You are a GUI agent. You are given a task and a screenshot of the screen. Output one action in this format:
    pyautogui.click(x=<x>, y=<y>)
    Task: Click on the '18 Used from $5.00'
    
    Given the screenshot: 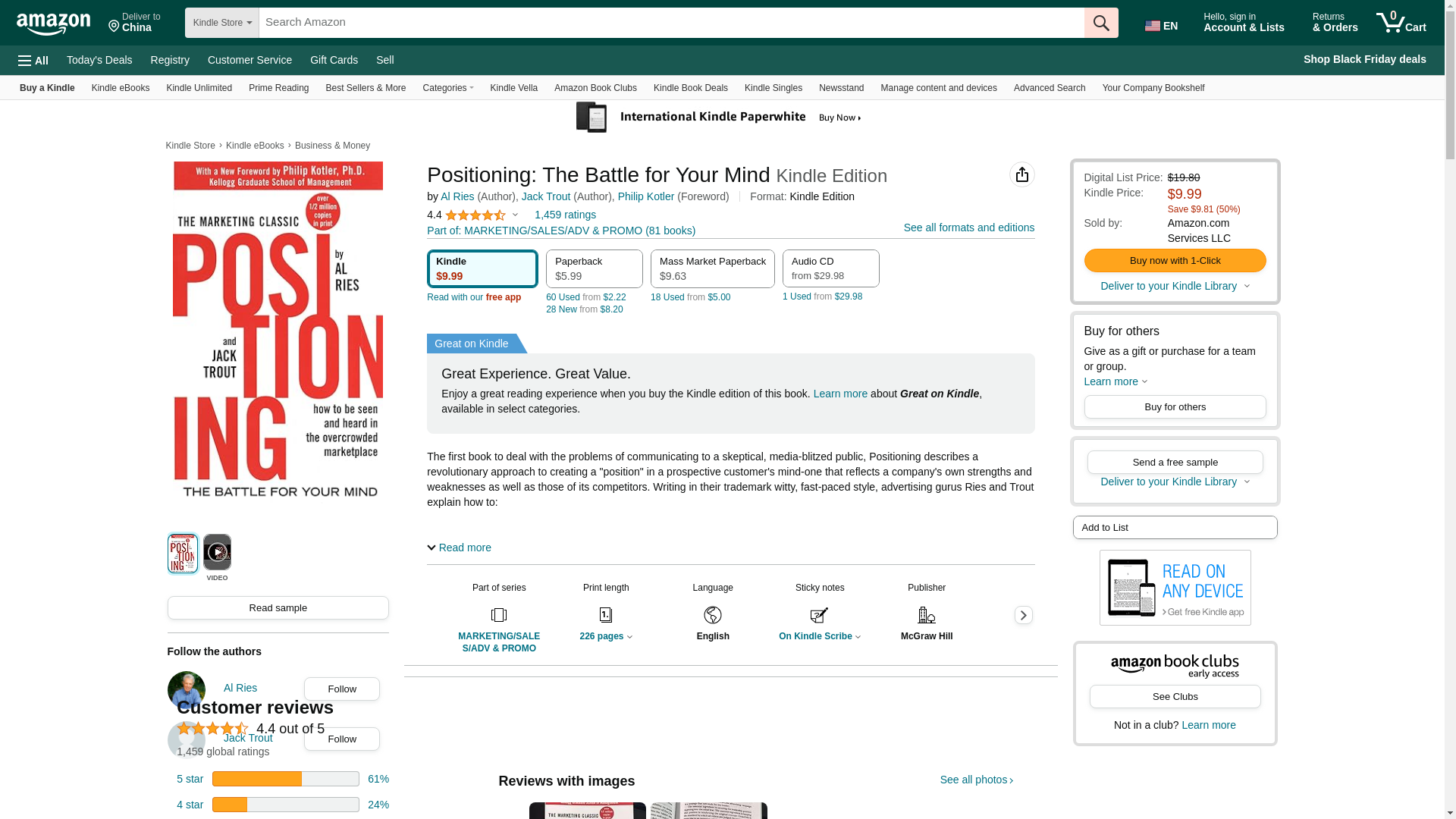 What is the action you would take?
    pyautogui.click(x=689, y=297)
    